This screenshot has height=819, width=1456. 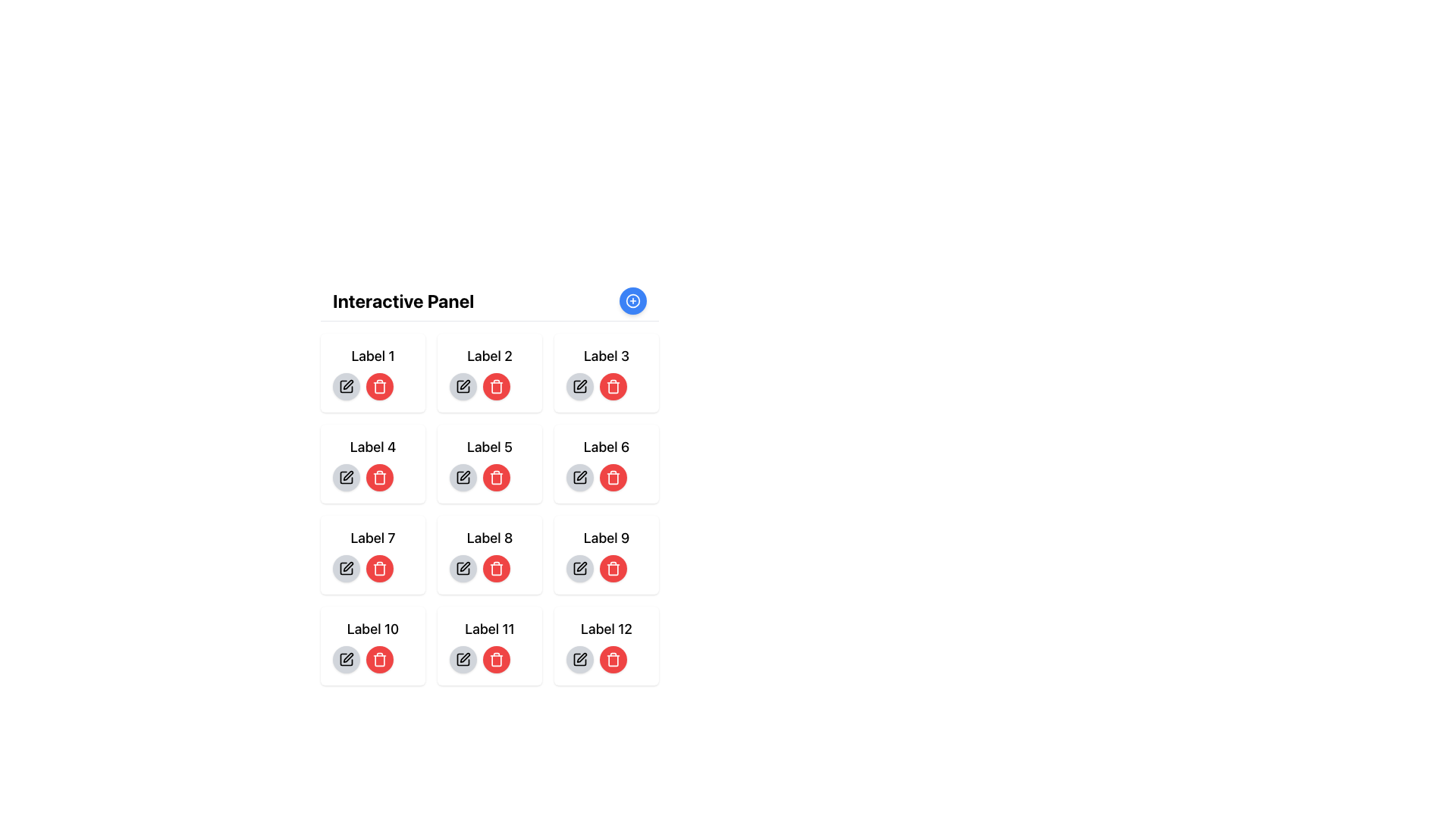 I want to click on the button in the sixth cell of the grid layout under 'Interactive Panel', so click(x=579, y=476).